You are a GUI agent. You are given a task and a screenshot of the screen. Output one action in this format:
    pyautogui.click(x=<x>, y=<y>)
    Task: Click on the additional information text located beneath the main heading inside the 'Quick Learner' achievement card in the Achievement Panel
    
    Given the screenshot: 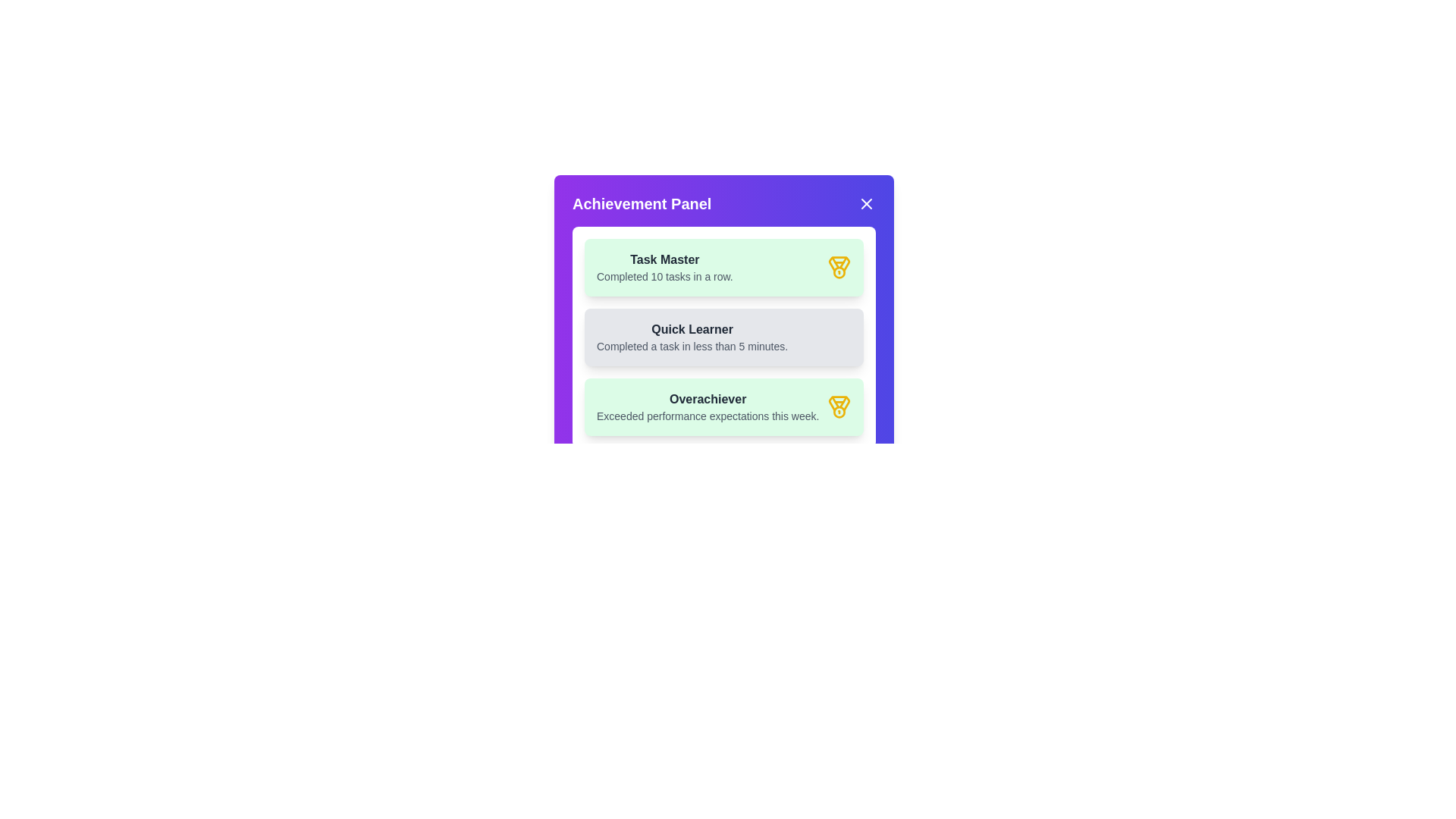 What is the action you would take?
    pyautogui.click(x=692, y=346)
    